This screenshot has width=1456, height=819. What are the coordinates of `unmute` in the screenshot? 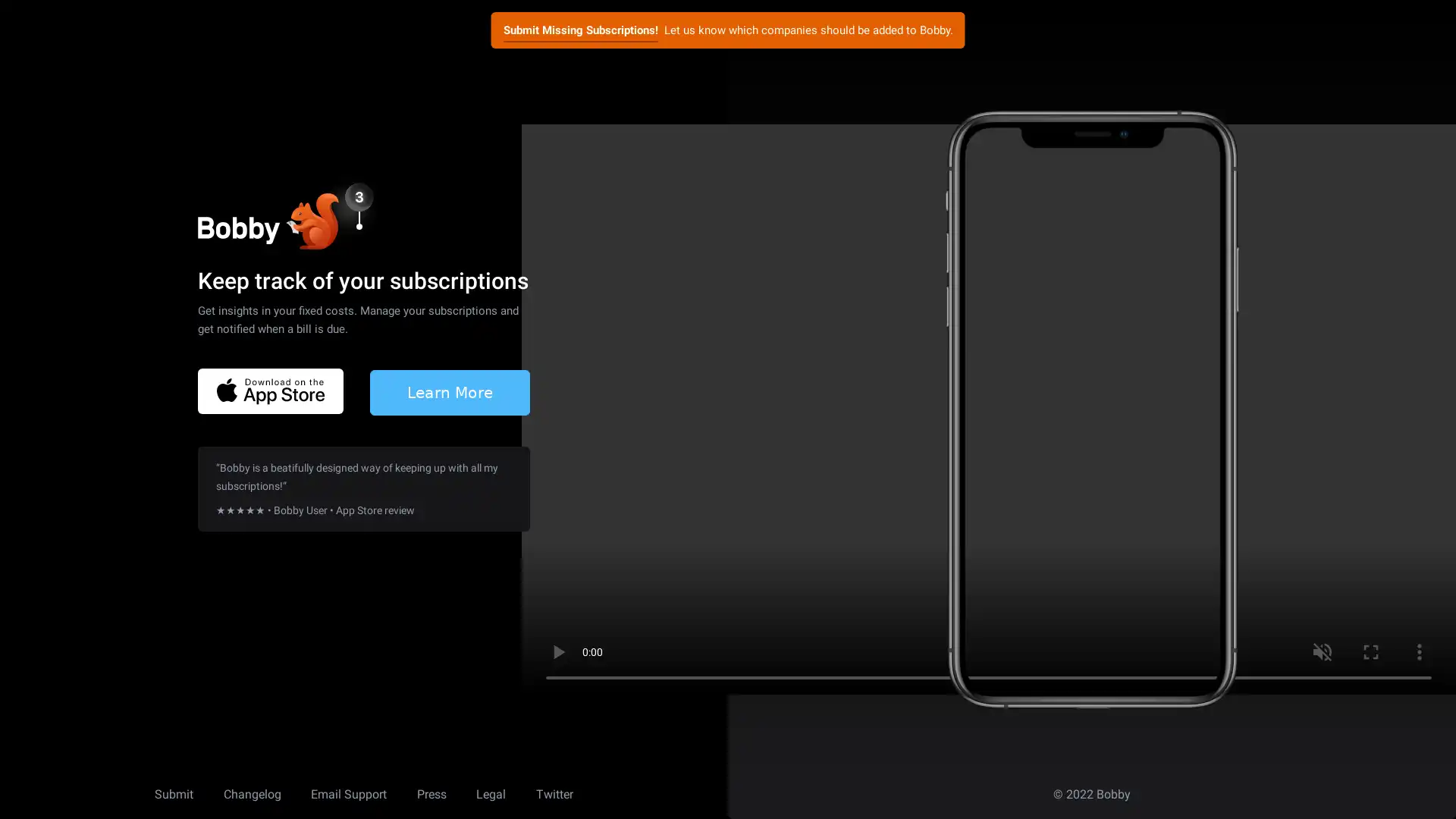 It's located at (1321, 651).